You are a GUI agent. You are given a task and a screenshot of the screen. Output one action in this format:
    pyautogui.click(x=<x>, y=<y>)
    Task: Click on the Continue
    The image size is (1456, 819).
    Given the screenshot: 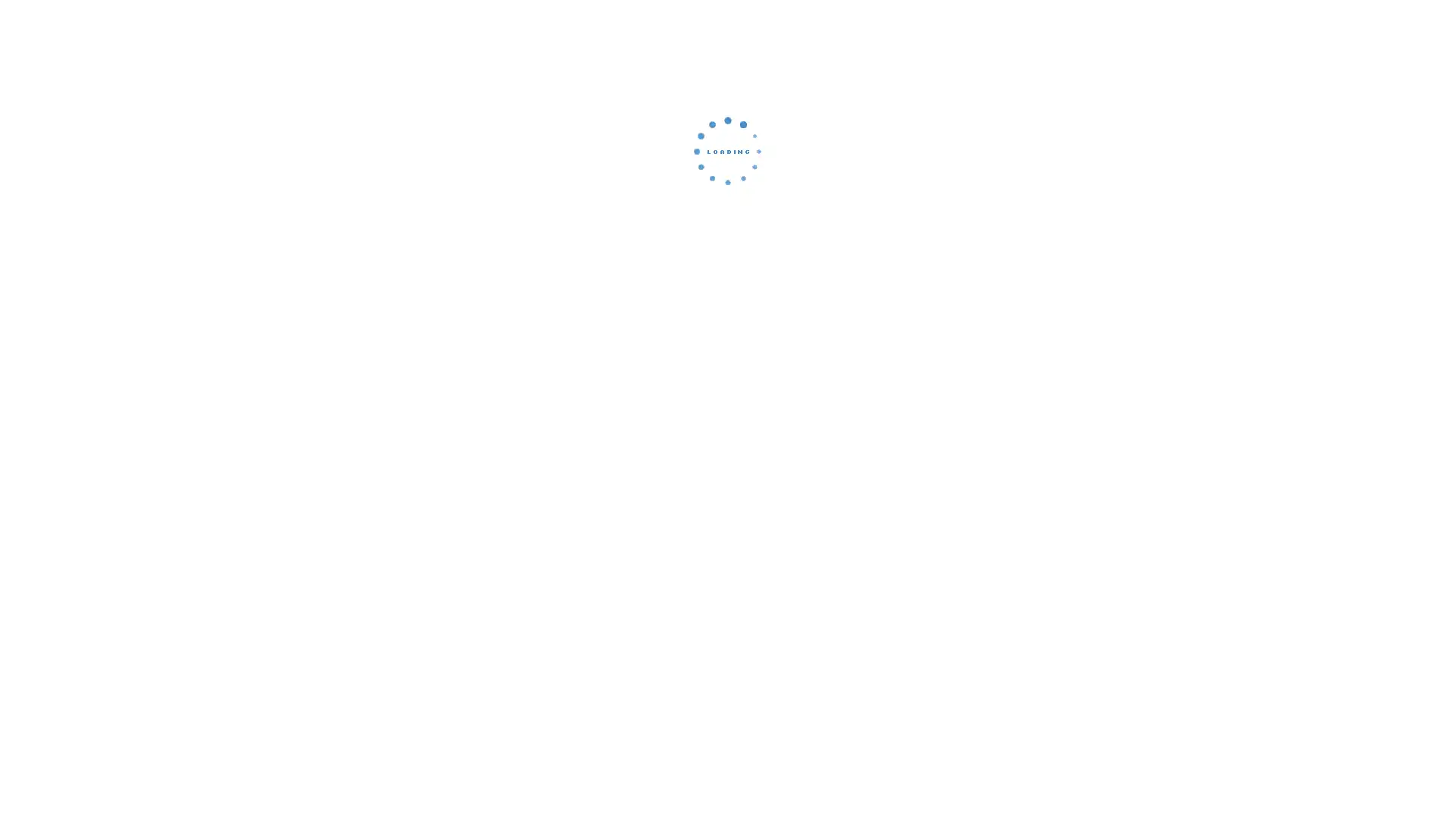 What is the action you would take?
    pyautogui.click(x=728, y=254)
    